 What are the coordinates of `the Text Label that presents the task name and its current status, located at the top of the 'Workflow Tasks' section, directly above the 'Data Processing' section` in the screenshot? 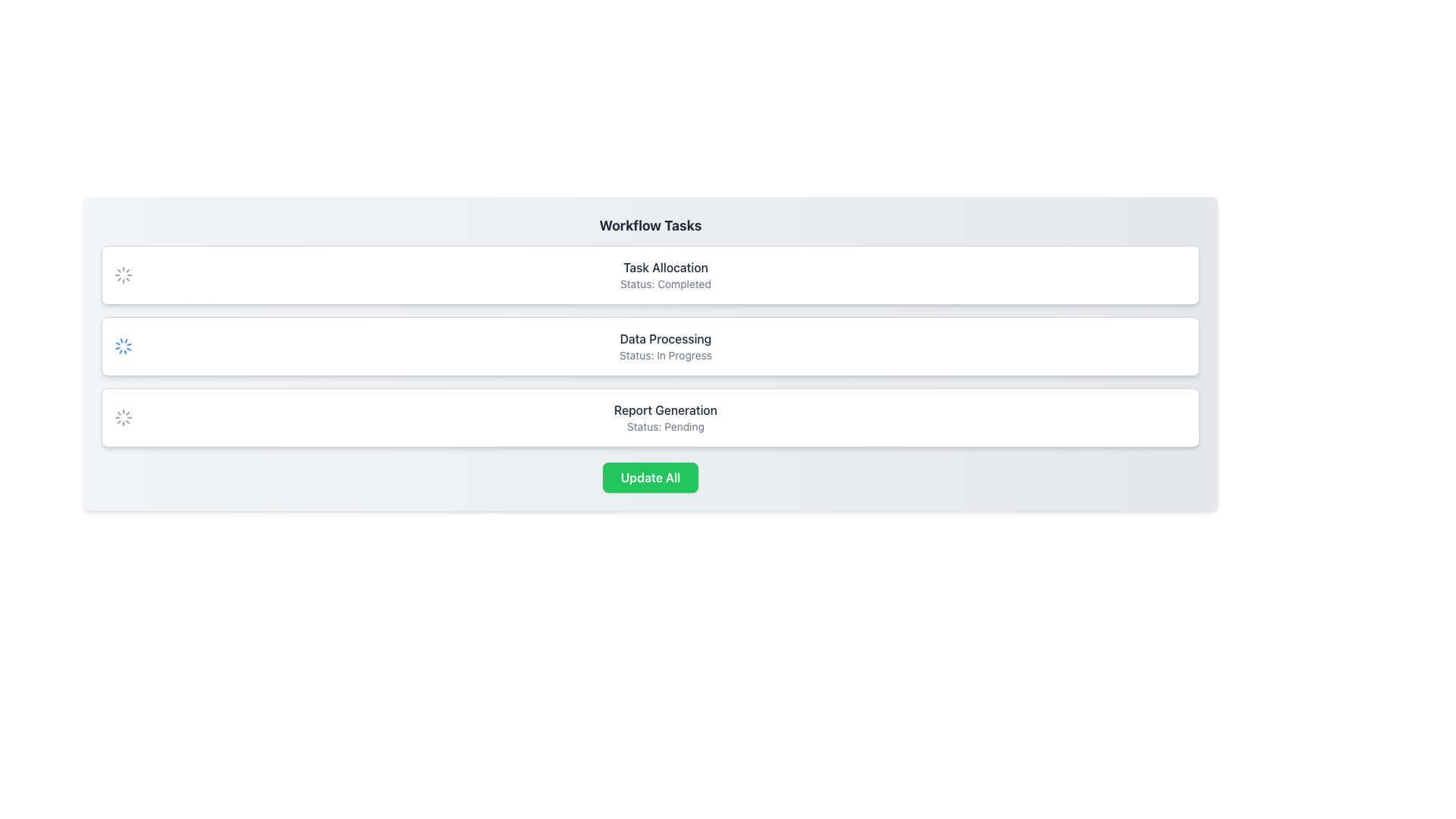 It's located at (666, 275).